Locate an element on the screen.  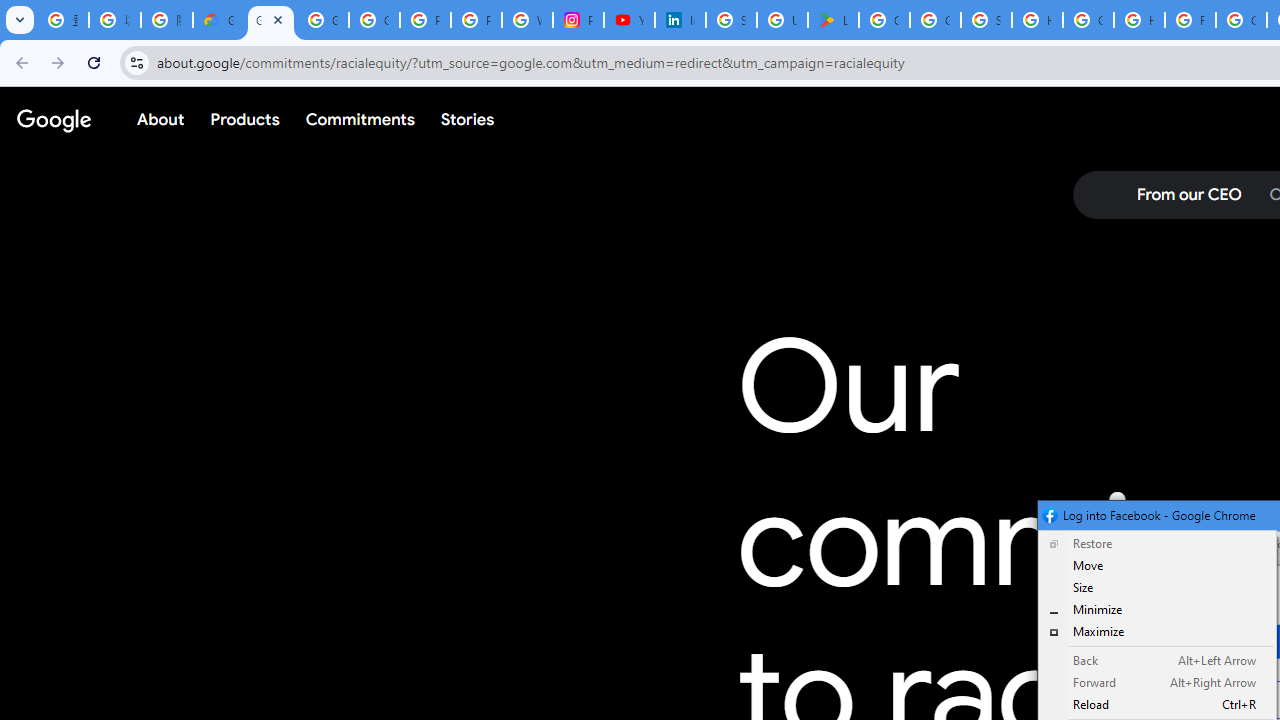
'Move' is located at coordinates (1157, 565).